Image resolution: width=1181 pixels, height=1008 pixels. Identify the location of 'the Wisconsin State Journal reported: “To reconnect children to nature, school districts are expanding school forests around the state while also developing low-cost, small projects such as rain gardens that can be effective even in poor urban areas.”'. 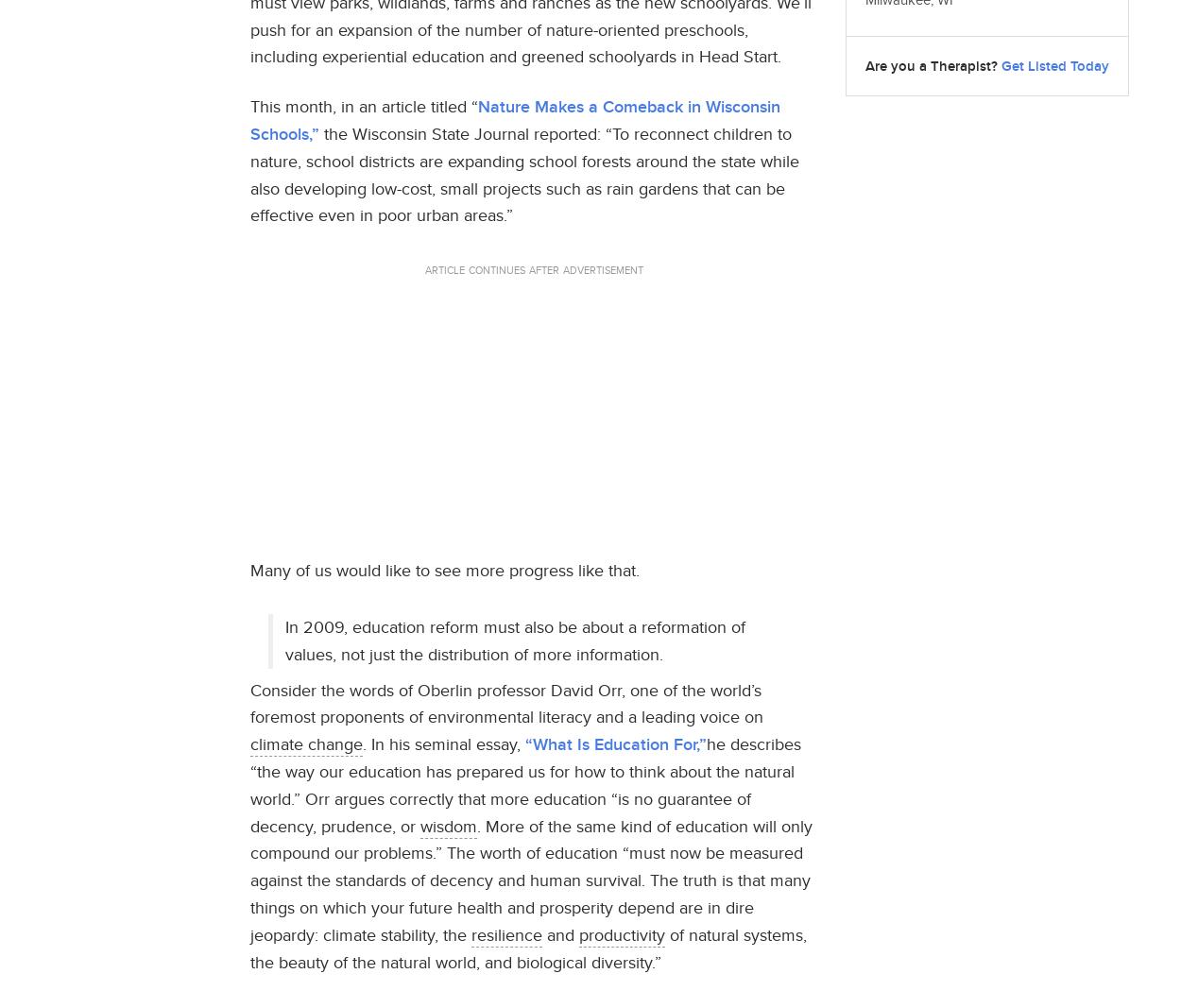
(524, 173).